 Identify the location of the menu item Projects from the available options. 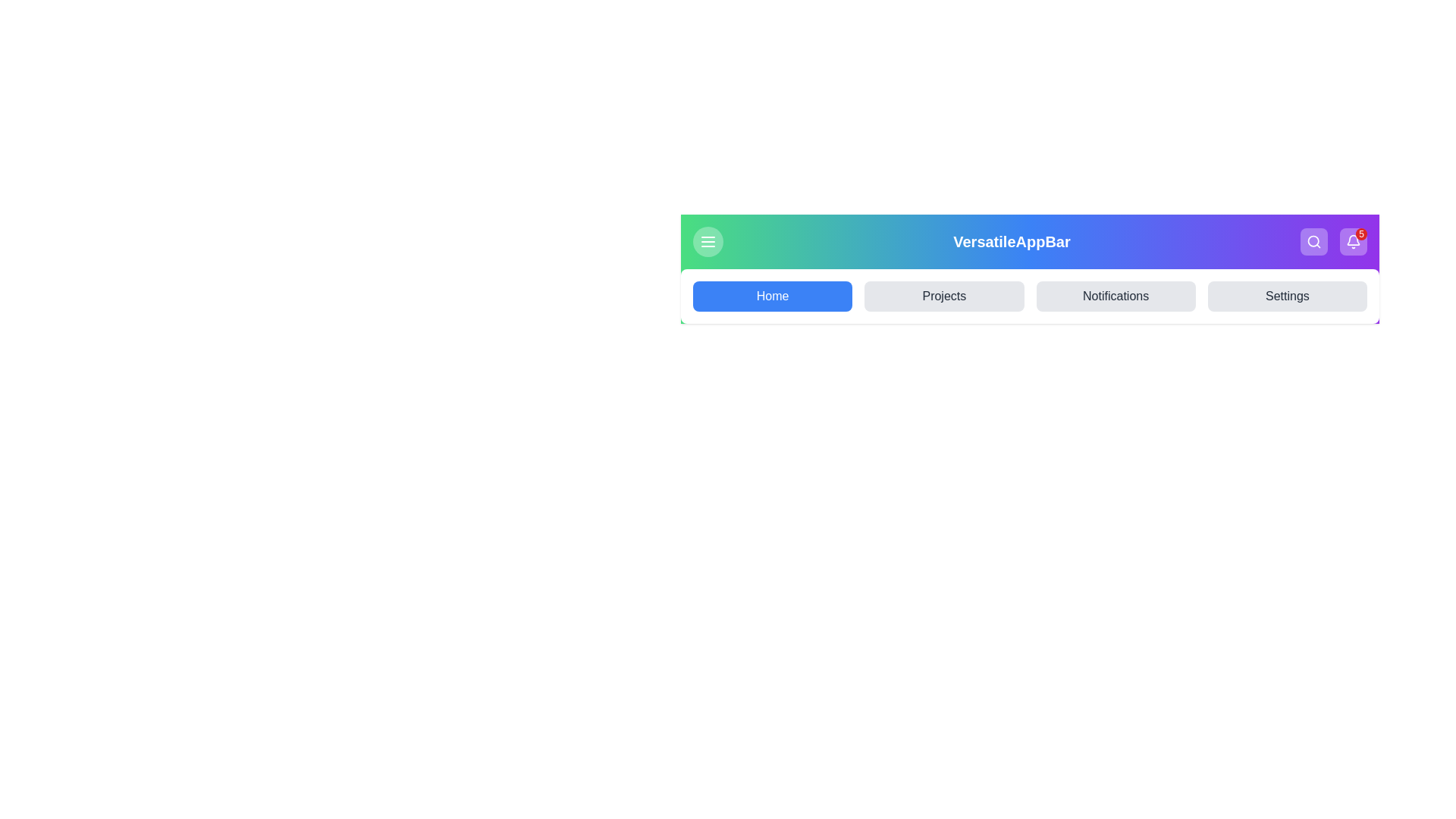
(943, 296).